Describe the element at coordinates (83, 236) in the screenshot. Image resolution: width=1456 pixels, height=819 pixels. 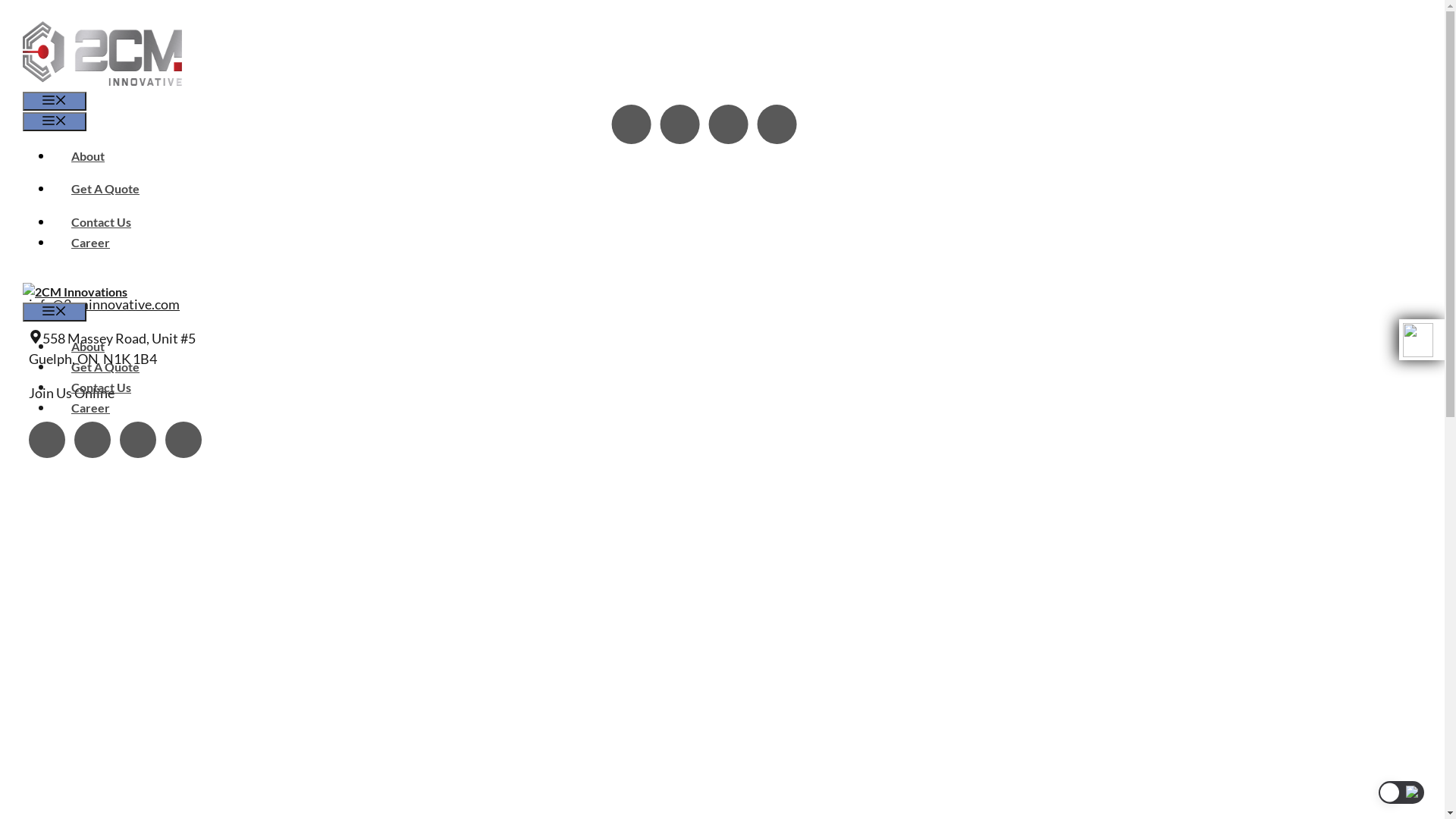
I see `'519-826-6133'` at that location.